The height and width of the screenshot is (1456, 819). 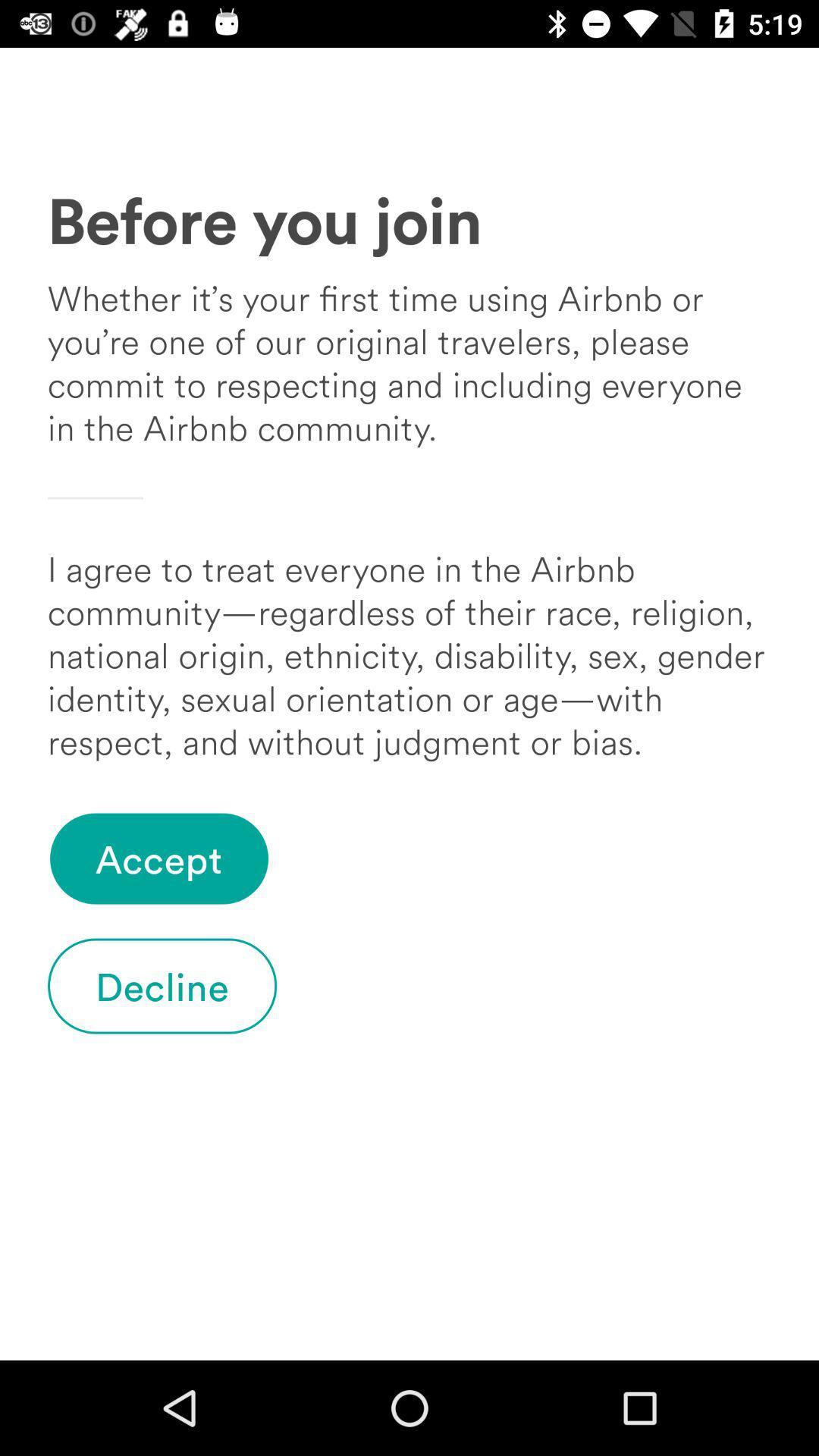 I want to click on the accept item, so click(x=158, y=858).